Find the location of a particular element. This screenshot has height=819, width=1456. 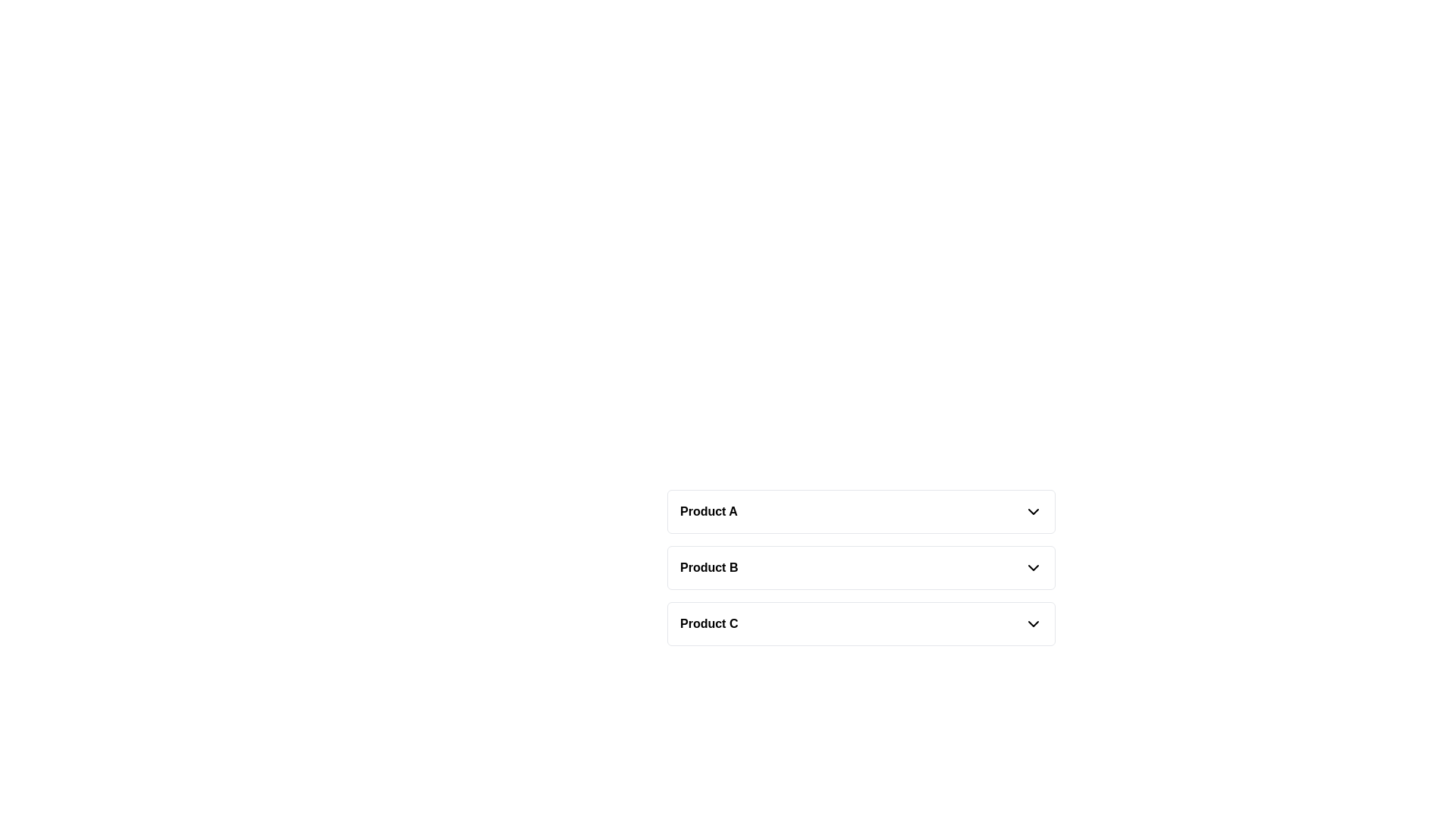

the second card in the vertically stacked list is located at coordinates (861, 567).